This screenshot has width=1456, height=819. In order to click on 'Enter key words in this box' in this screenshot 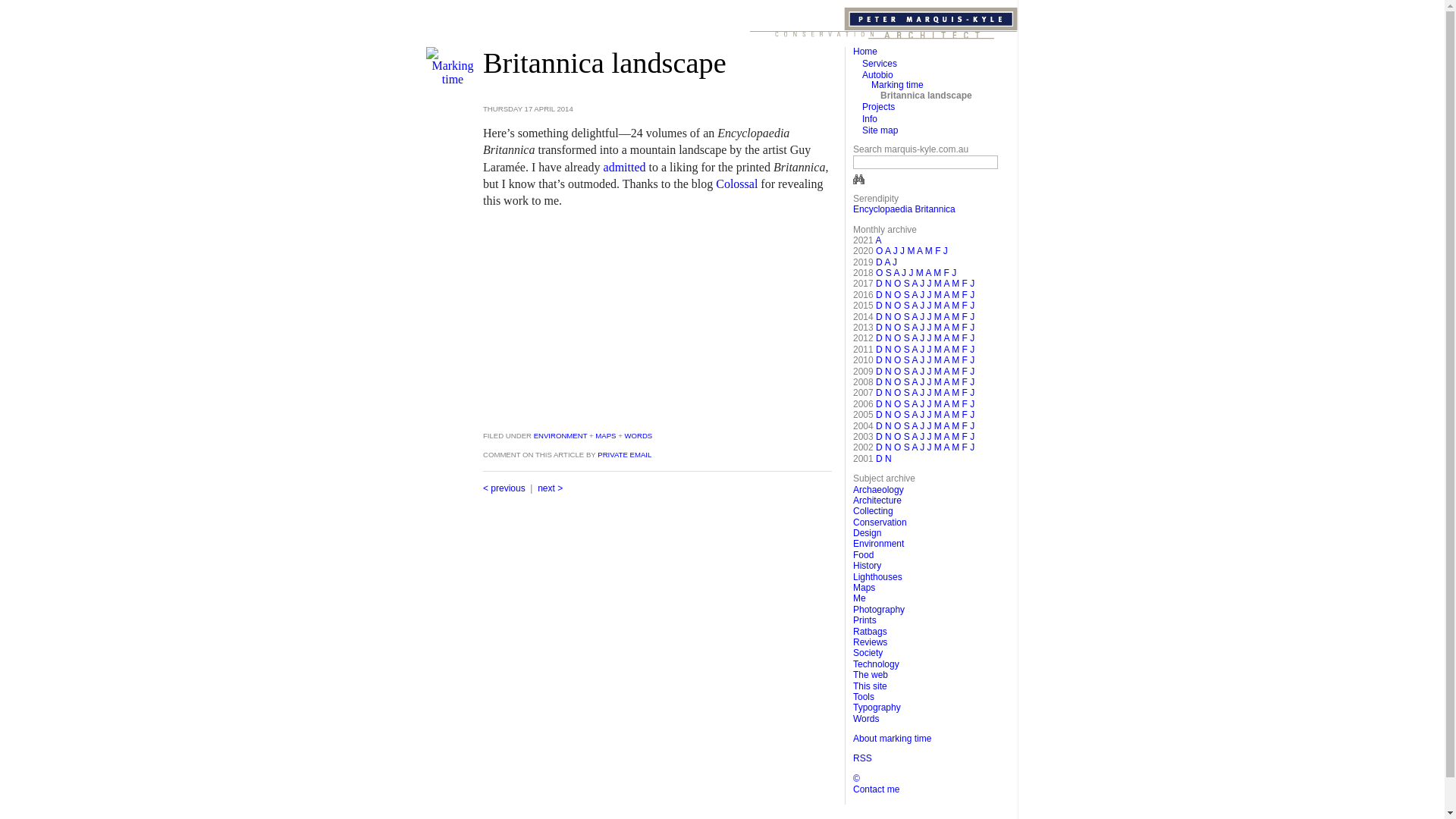, I will do `click(924, 162)`.